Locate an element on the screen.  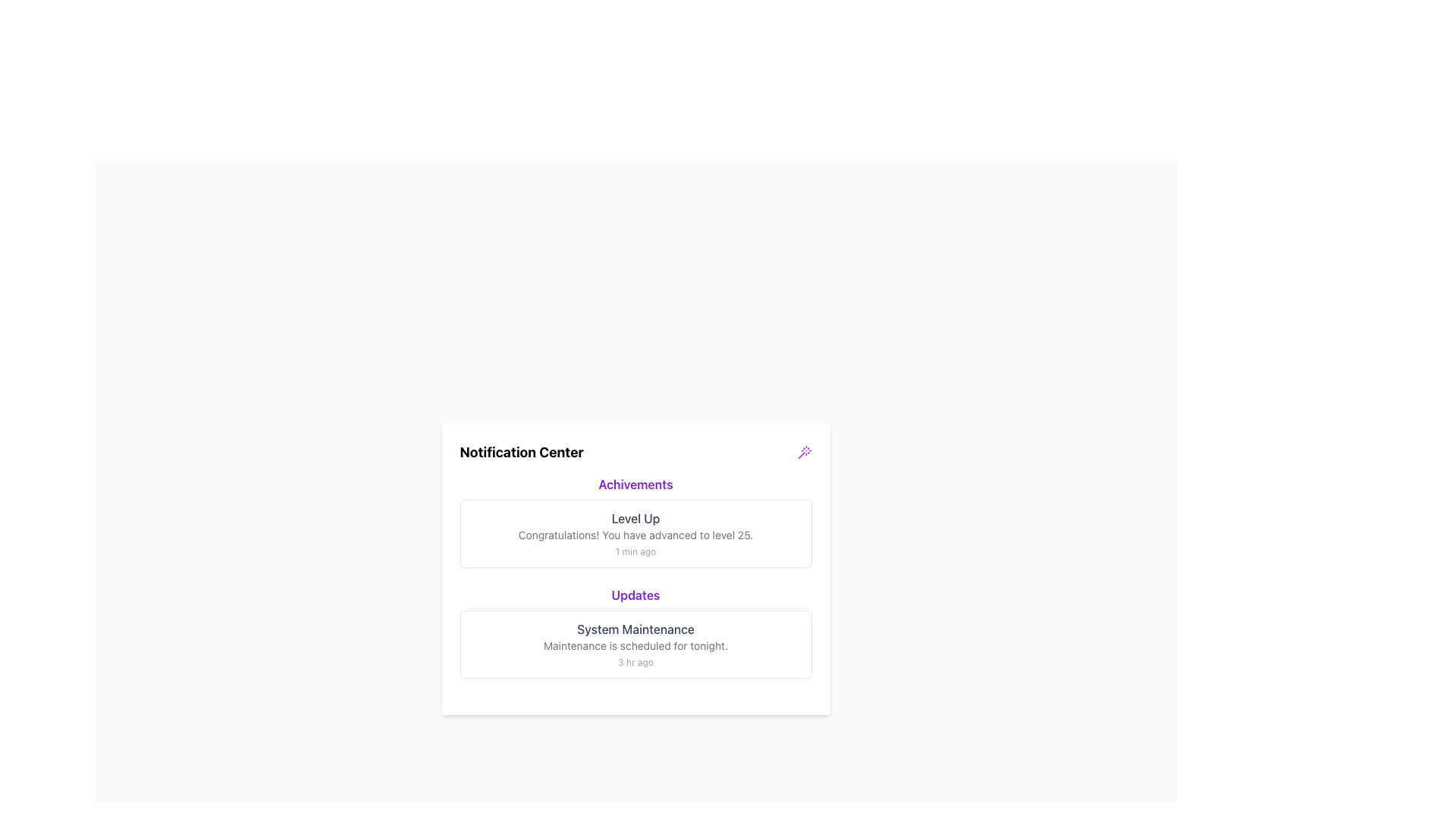
the Text label that indicates the time elapsed since the associated notification event occurred, located within the lower segment of the 'System Maintenance' notification card is located at coordinates (635, 662).